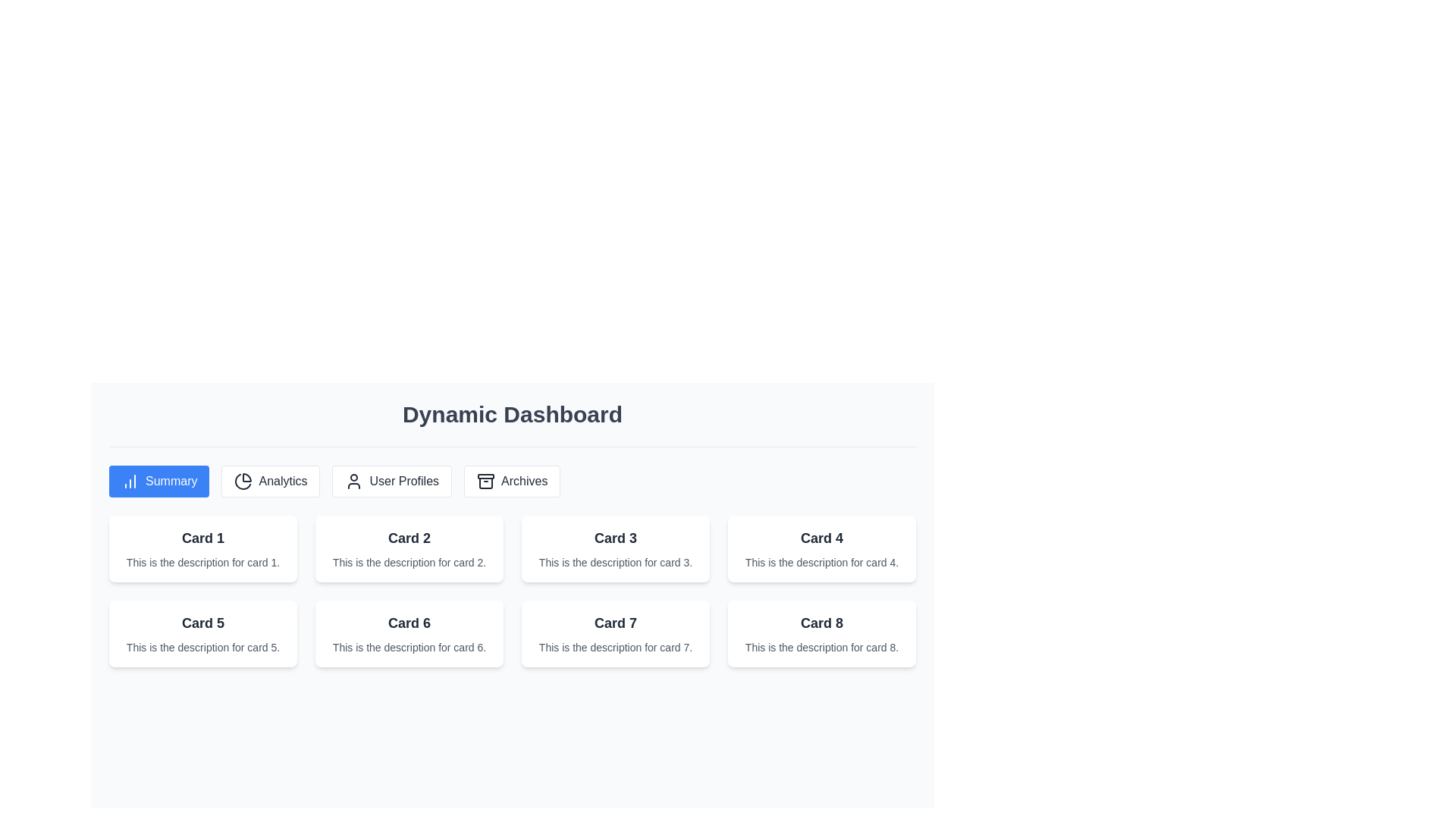 The height and width of the screenshot is (819, 1456). What do you see at coordinates (513, 482) in the screenshot?
I see `the navigation bar located below the 'Dynamic Dashboard' header` at bounding box center [513, 482].